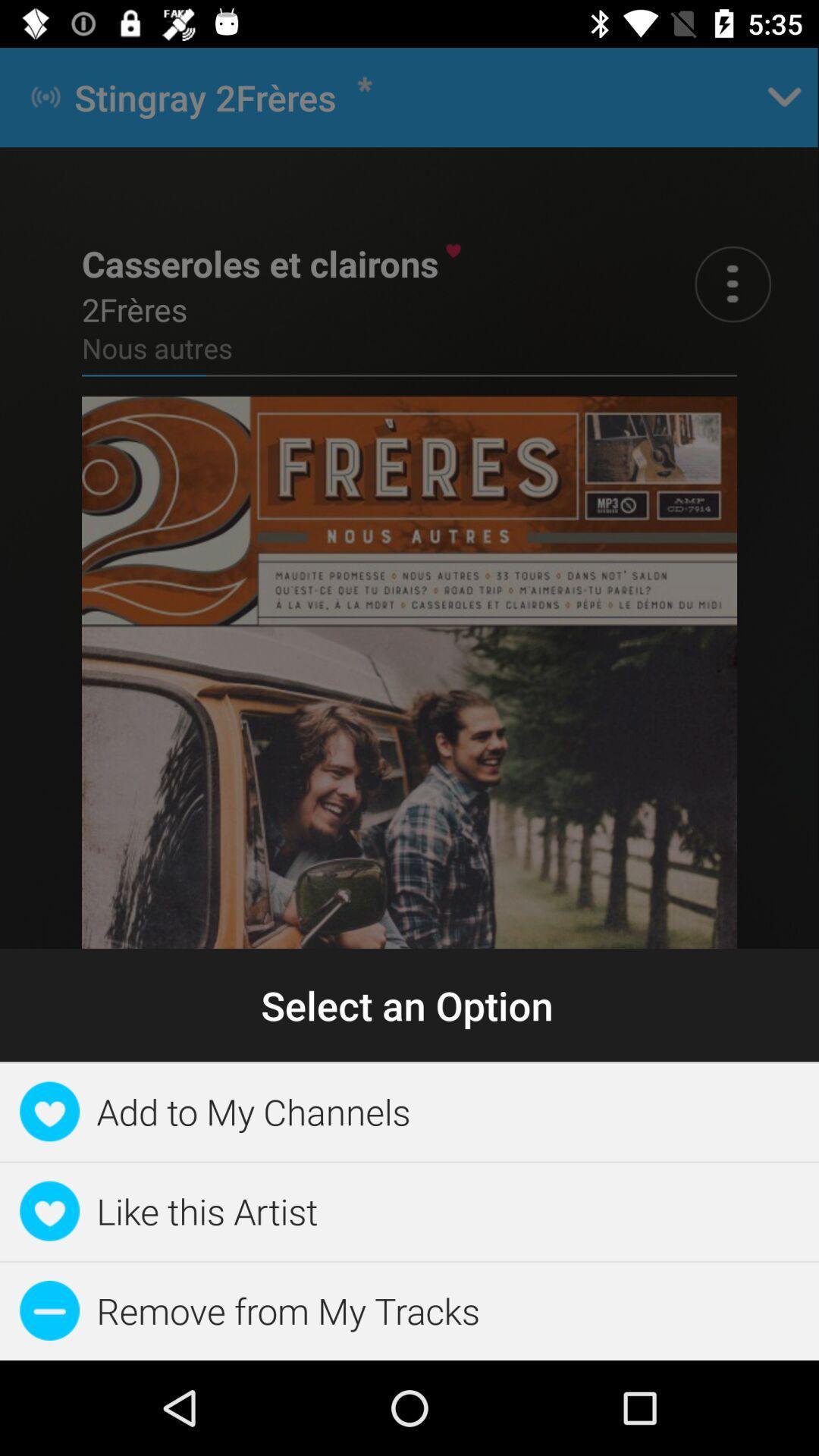  What do you see at coordinates (735, 1156) in the screenshot?
I see `the minus icon` at bounding box center [735, 1156].